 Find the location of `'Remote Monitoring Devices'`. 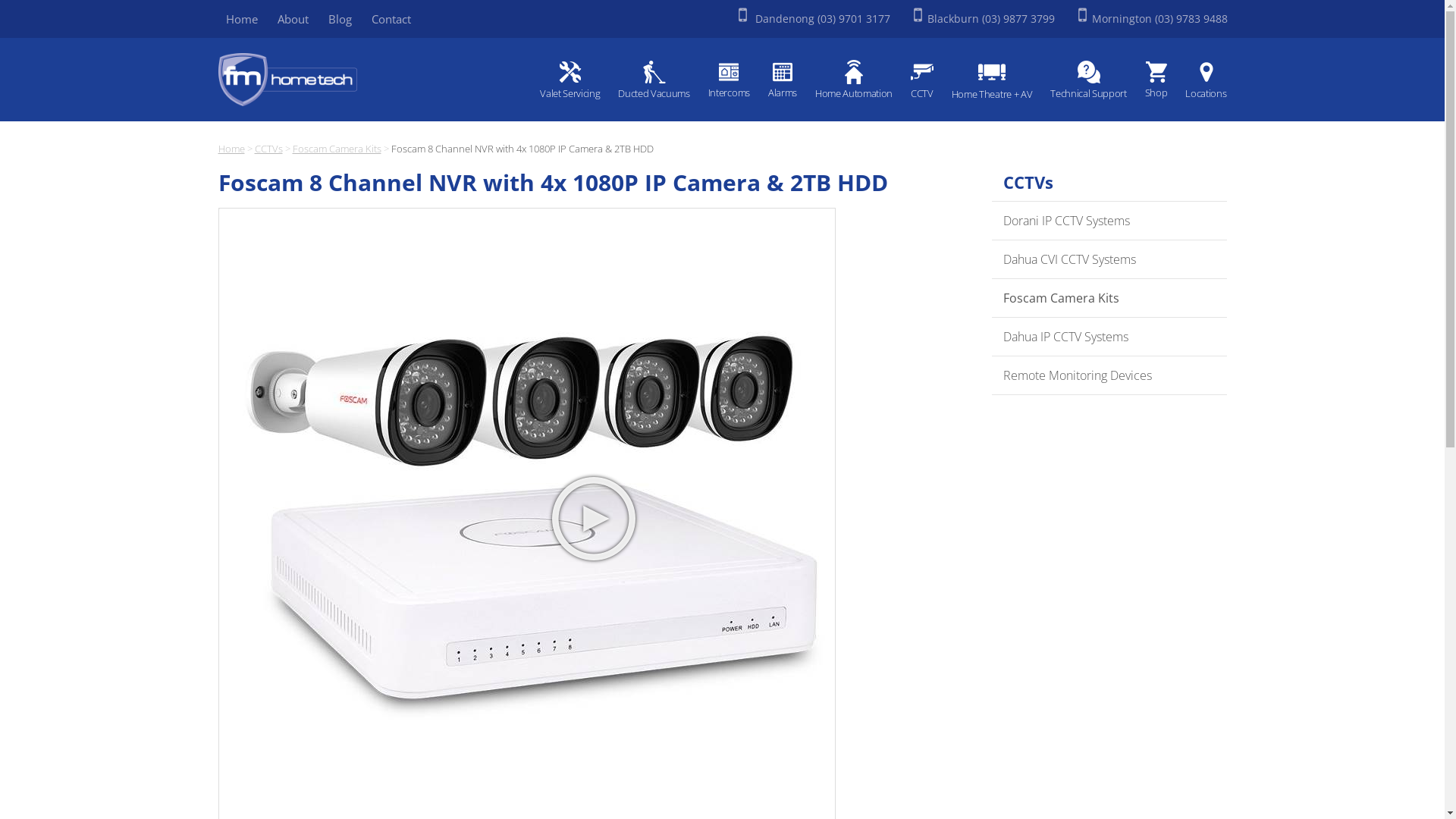

'Remote Monitoring Devices' is located at coordinates (1109, 375).